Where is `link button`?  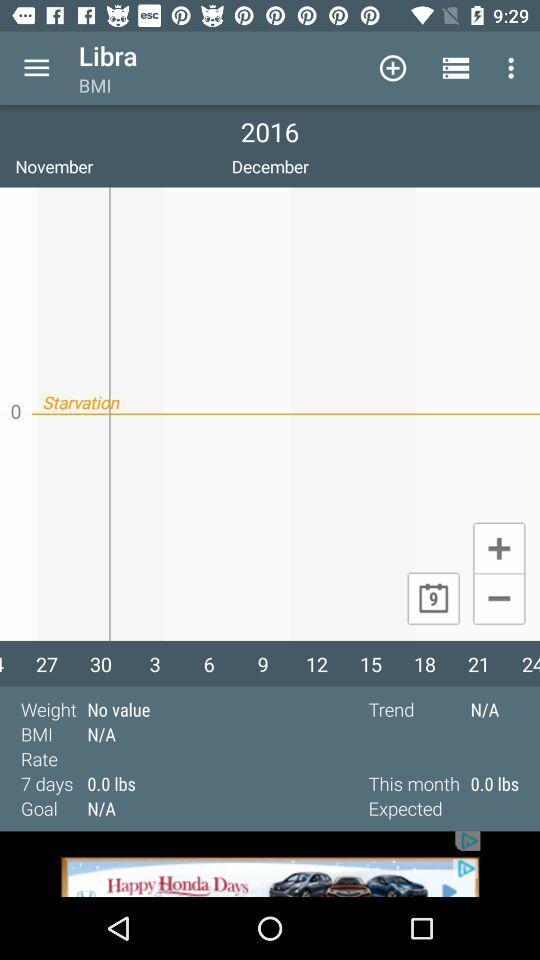
link button is located at coordinates (270, 863).